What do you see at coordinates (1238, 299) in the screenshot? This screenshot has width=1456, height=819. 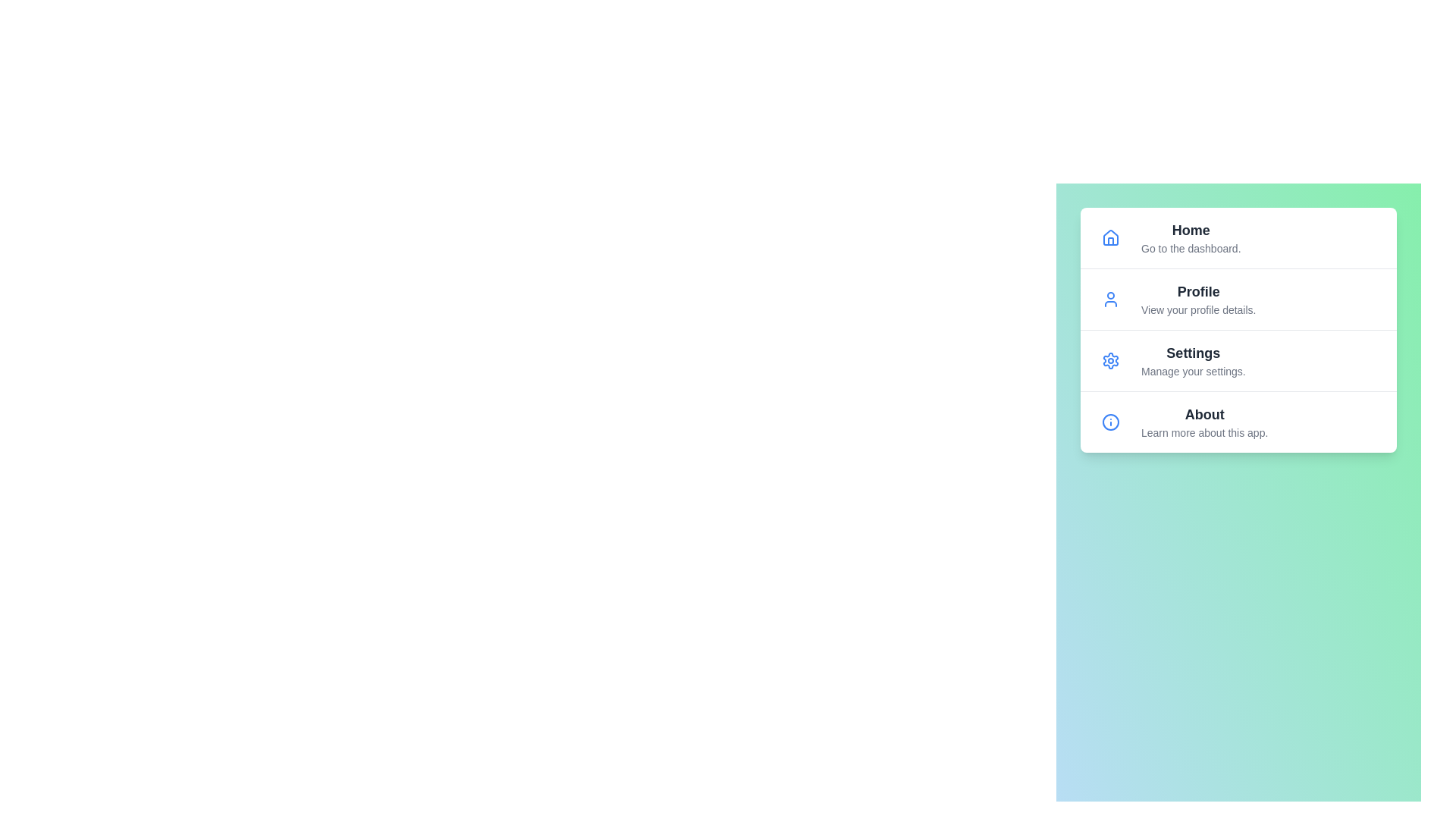 I see `the menu item labeled Profile to highlight it` at bounding box center [1238, 299].